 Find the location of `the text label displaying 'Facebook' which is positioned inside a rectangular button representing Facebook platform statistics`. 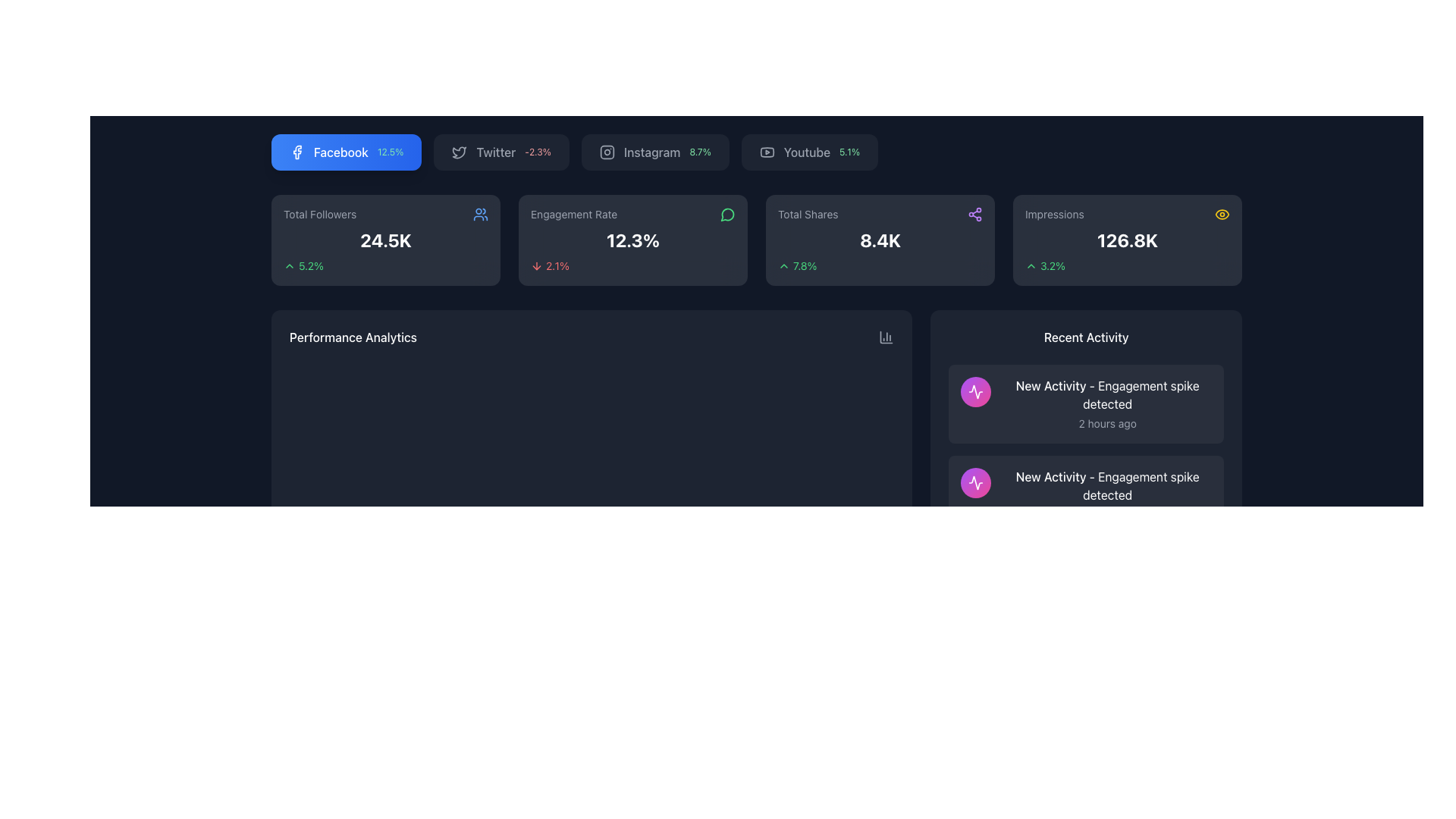

the text label displaying 'Facebook' which is positioned inside a rectangular button representing Facebook platform statistics is located at coordinates (340, 152).